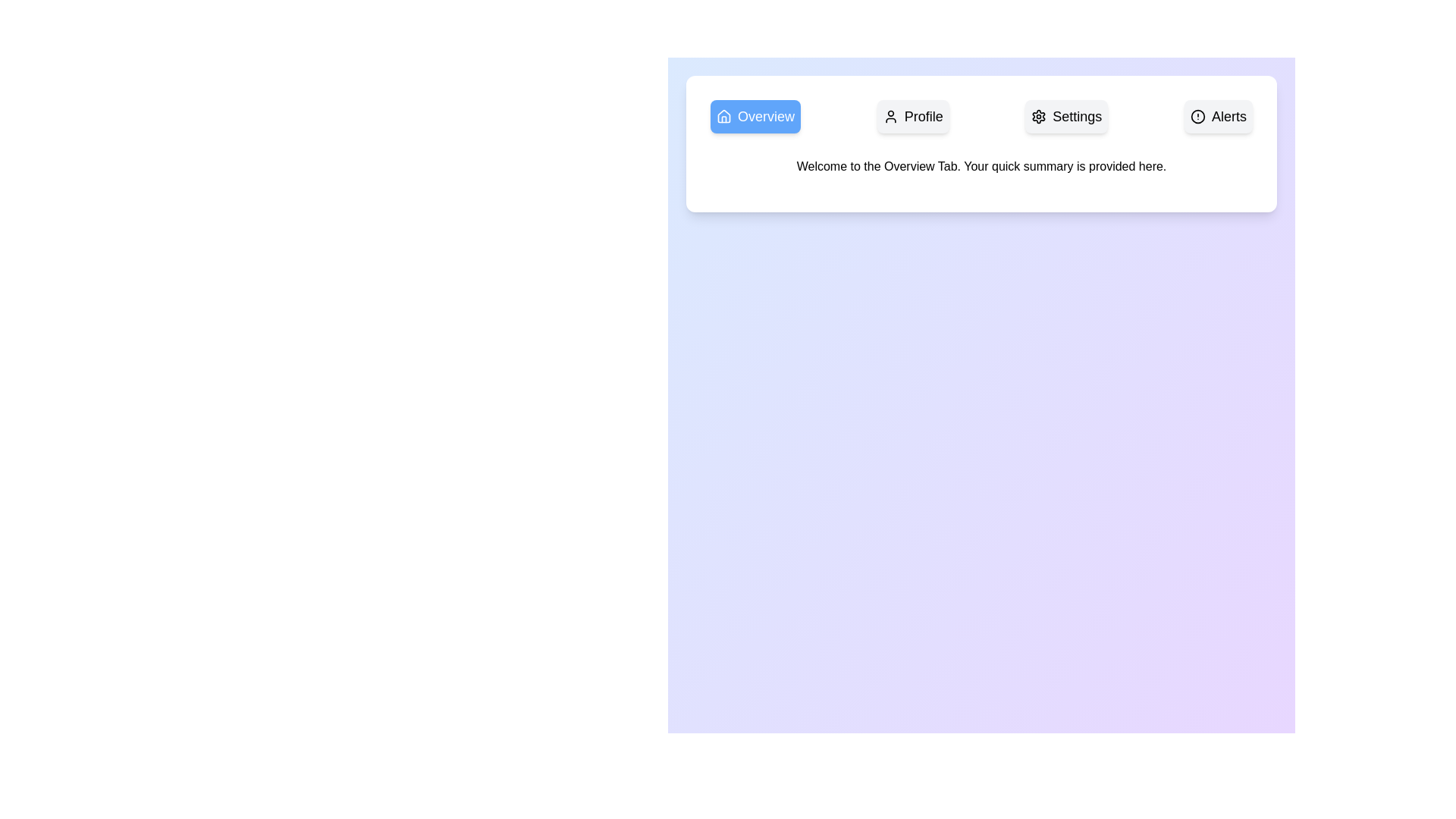 The height and width of the screenshot is (819, 1456). What do you see at coordinates (1038, 116) in the screenshot?
I see `the gear-shaped icon located on the left side of the 'Settings' button in the top navigation panel` at bounding box center [1038, 116].